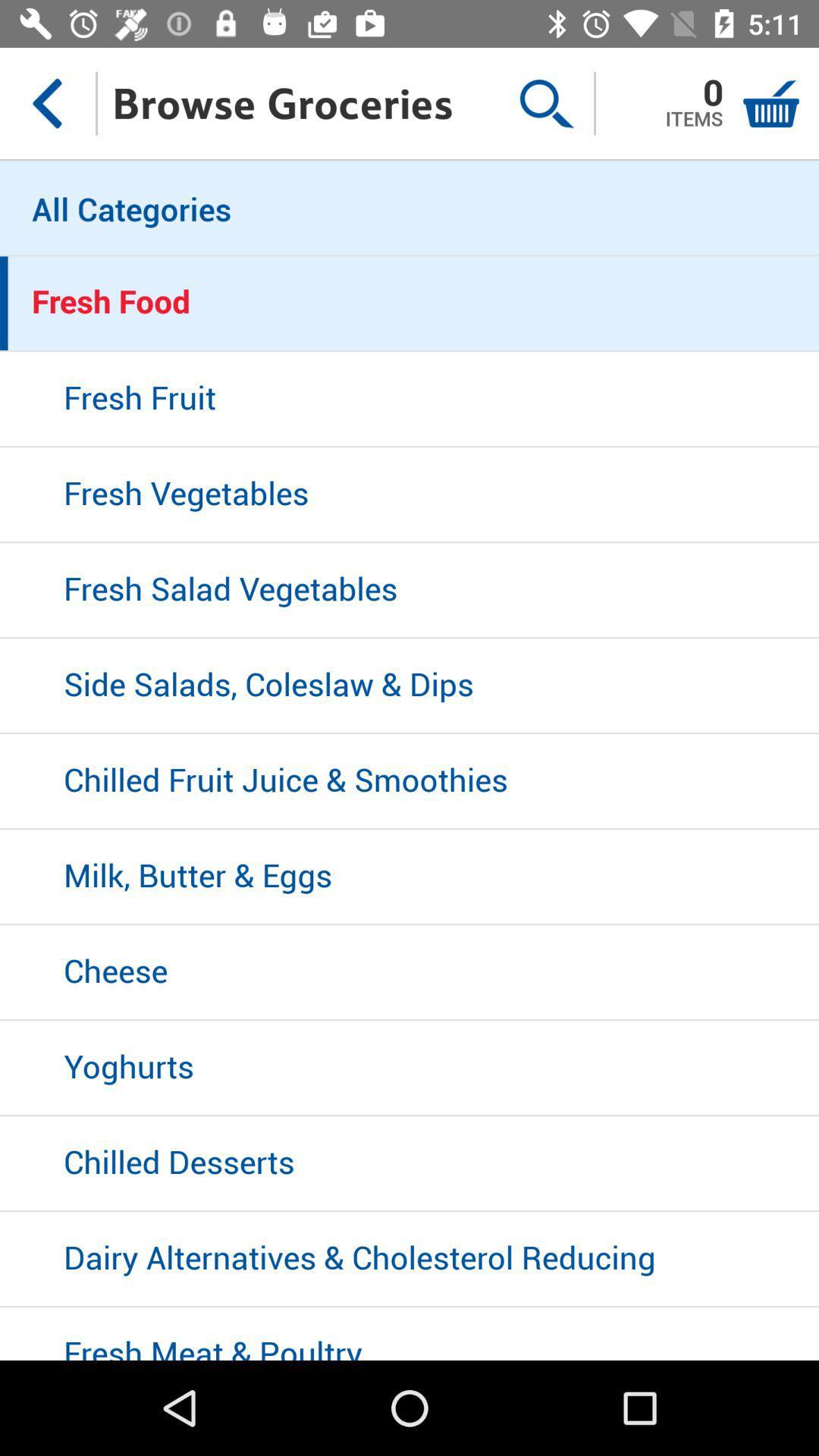 Image resolution: width=819 pixels, height=1456 pixels. What do you see at coordinates (409, 877) in the screenshot?
I see `milk, butter & eggs` at bounding box center [409, 877].